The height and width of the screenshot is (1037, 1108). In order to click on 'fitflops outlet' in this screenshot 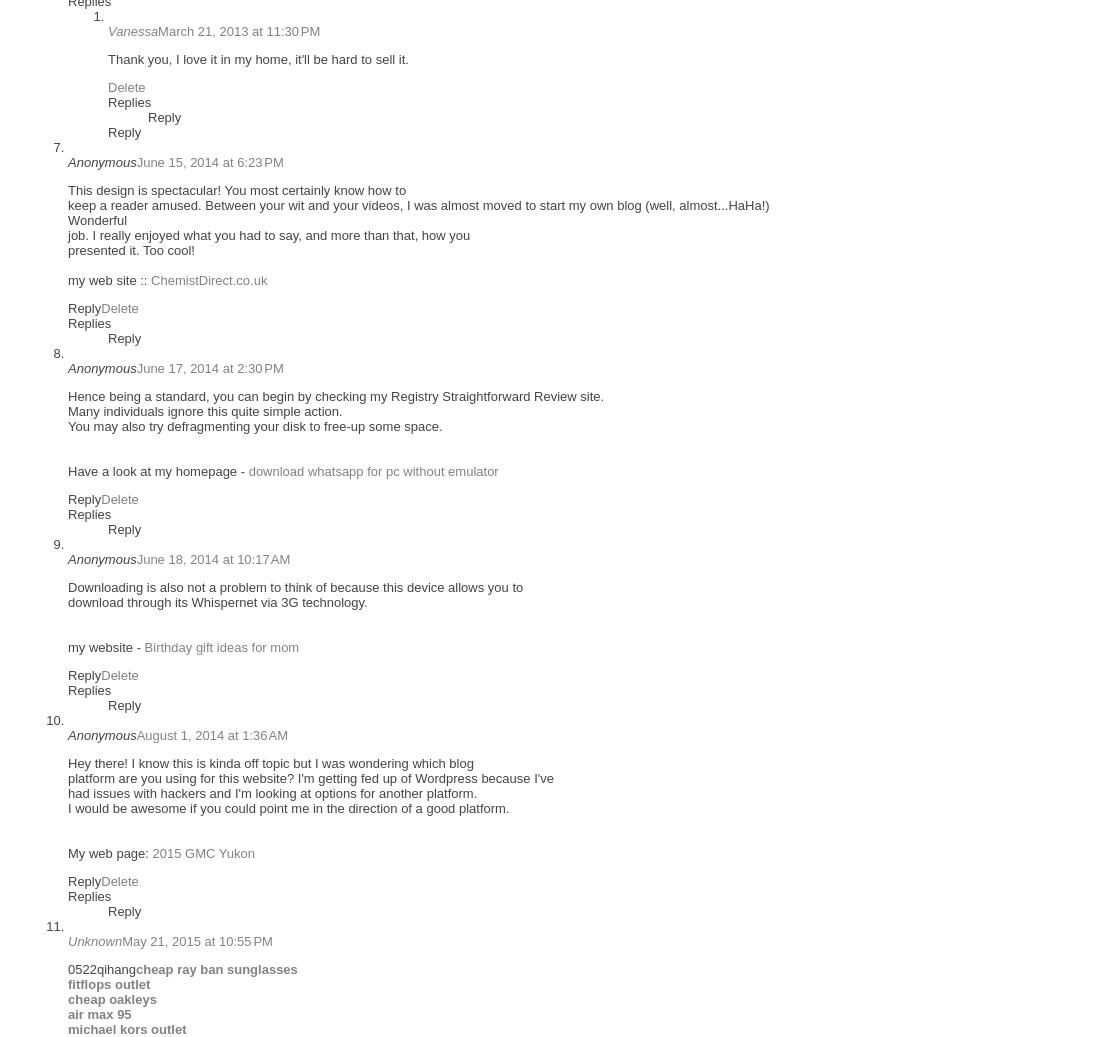, I will do `click(109, 984)`.